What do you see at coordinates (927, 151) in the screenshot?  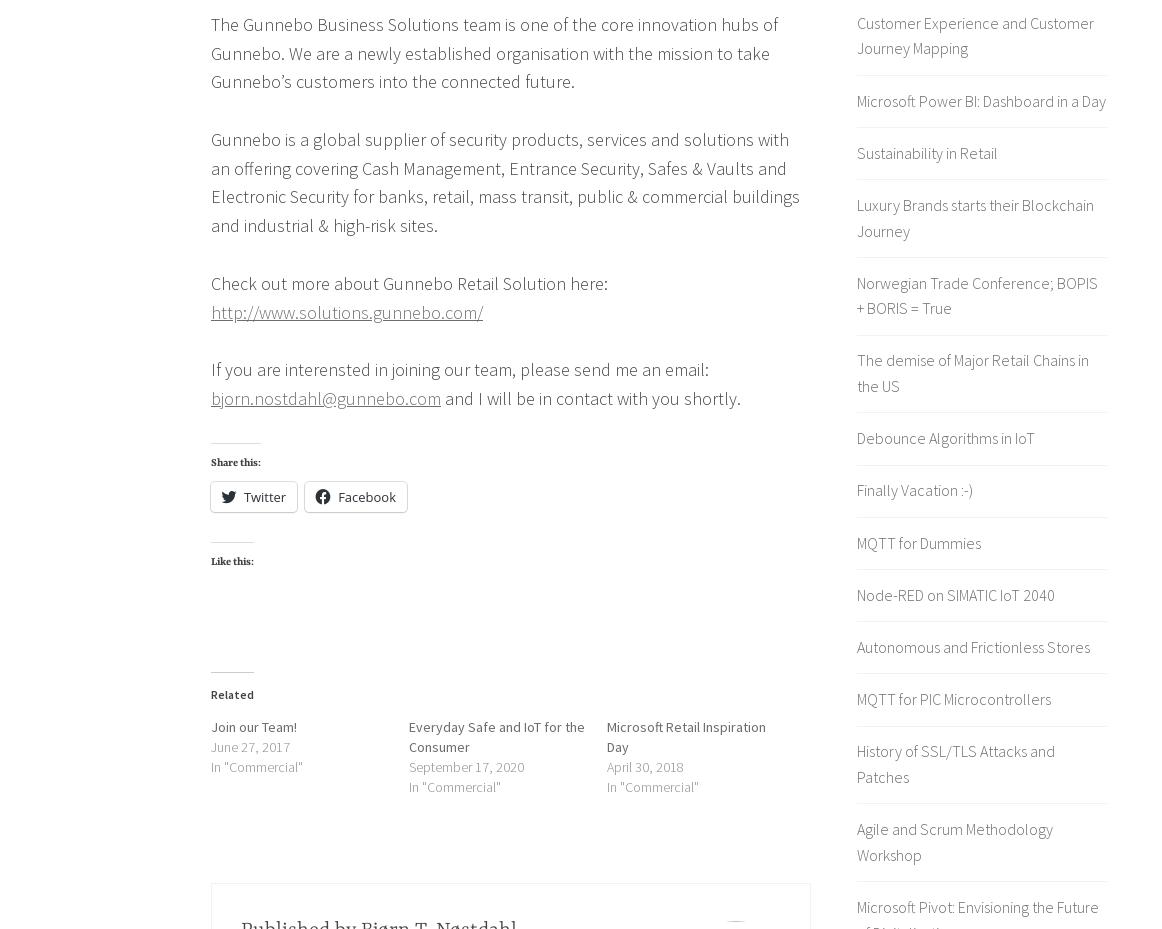 I see `'Sustainability in Retail'` at bounding box center [927, 151].